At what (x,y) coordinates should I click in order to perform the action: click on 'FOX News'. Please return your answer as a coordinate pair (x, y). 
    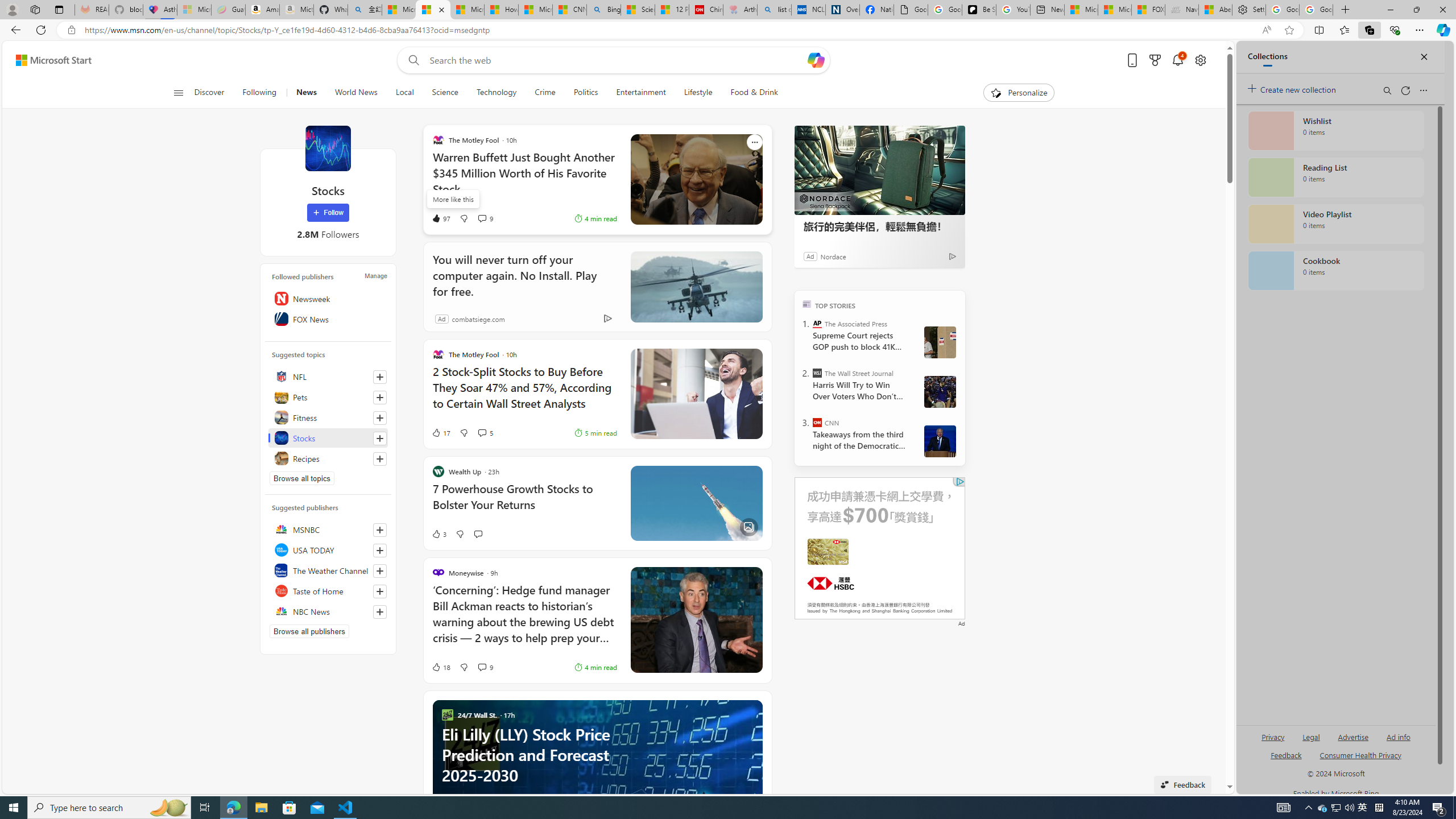
    Looking at the image, I should click on (327, 318).